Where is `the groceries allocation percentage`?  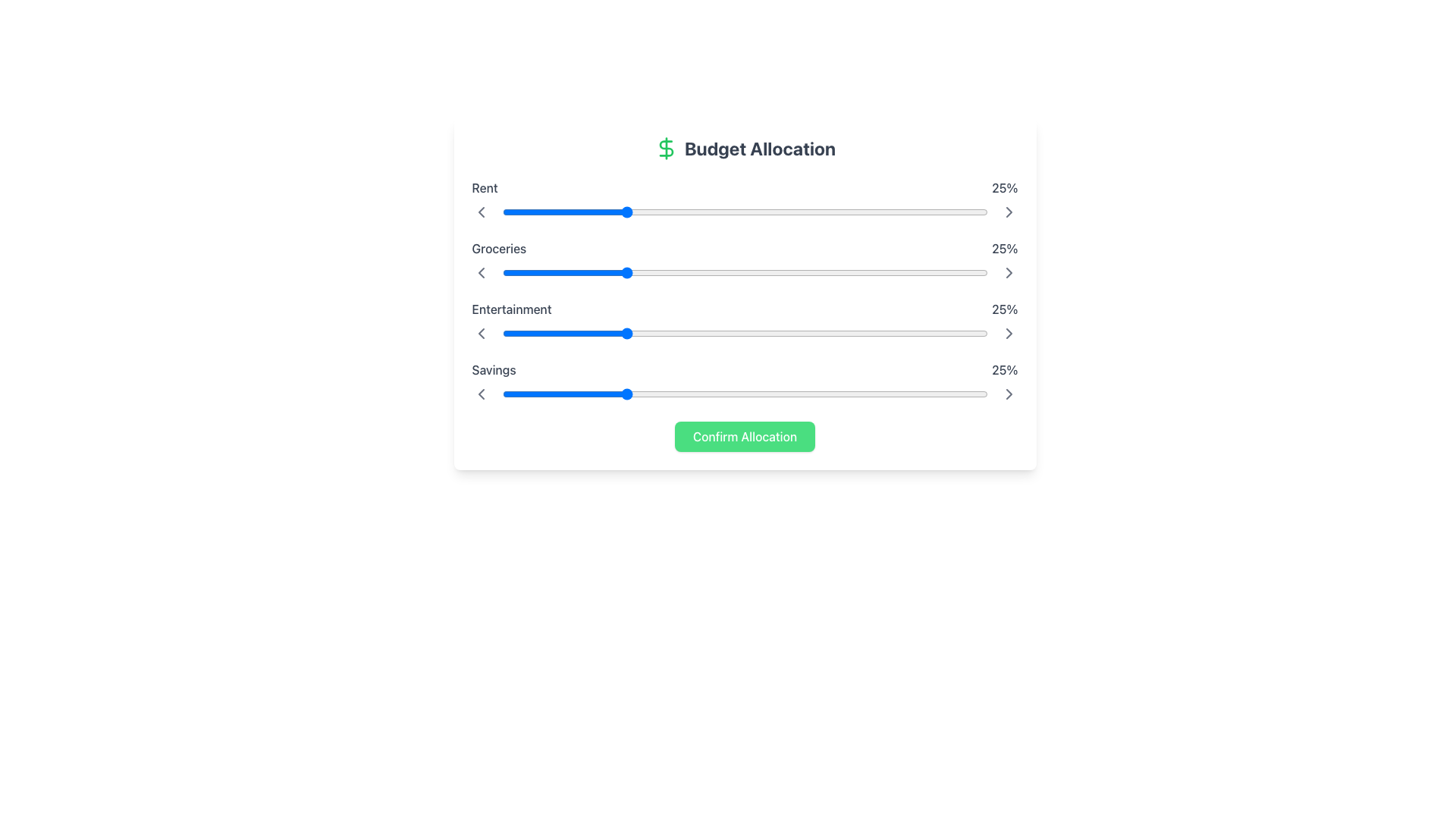 the groceries allocation percentage is located at coordinates (735, 271).